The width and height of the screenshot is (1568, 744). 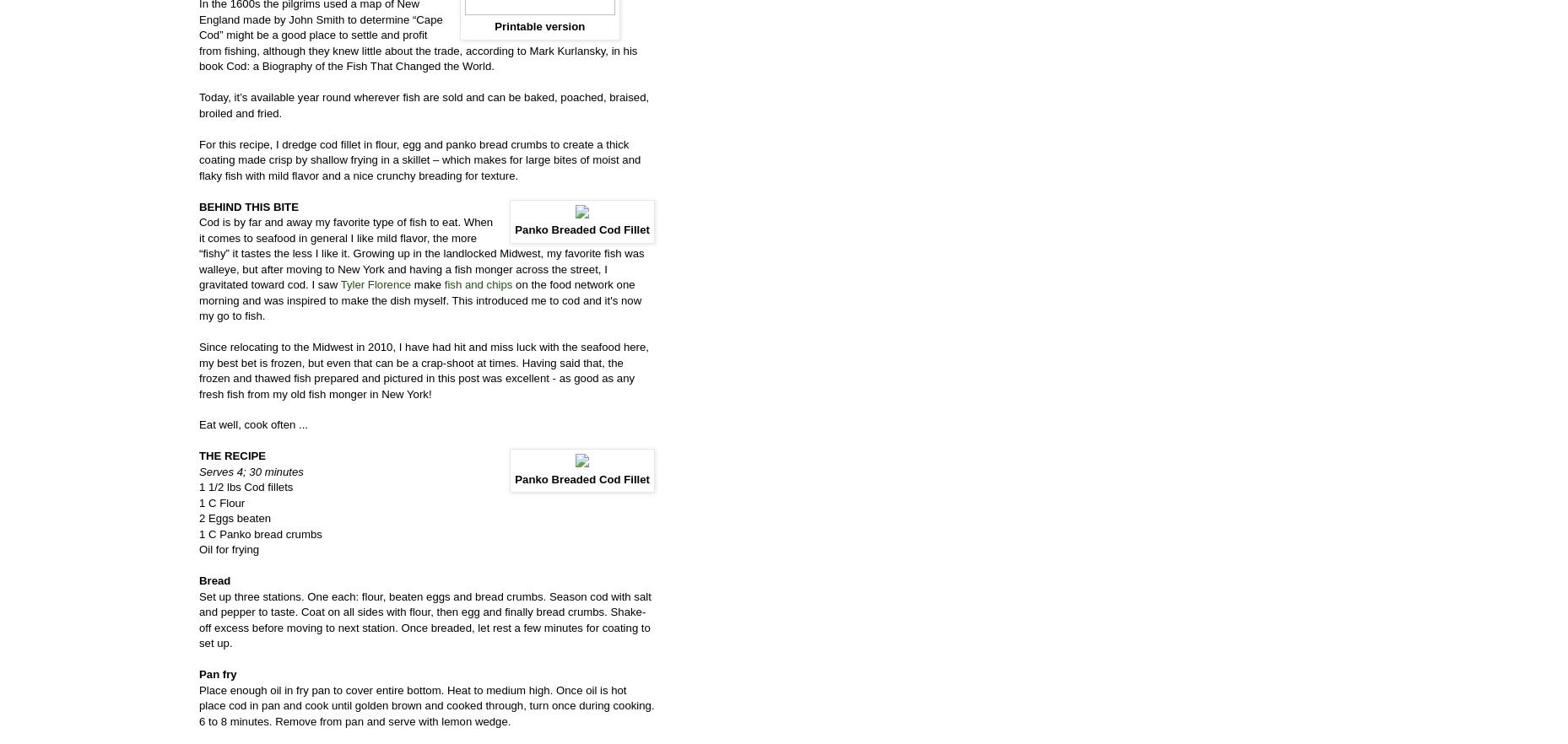 What do you see at coordinates (419, 299) in the screenshot?
I see `'on the food network one morning and was inspired to make the dish myself. This introduced me to cod and it's now my go to fish.'` at bounding box center [419, 299].